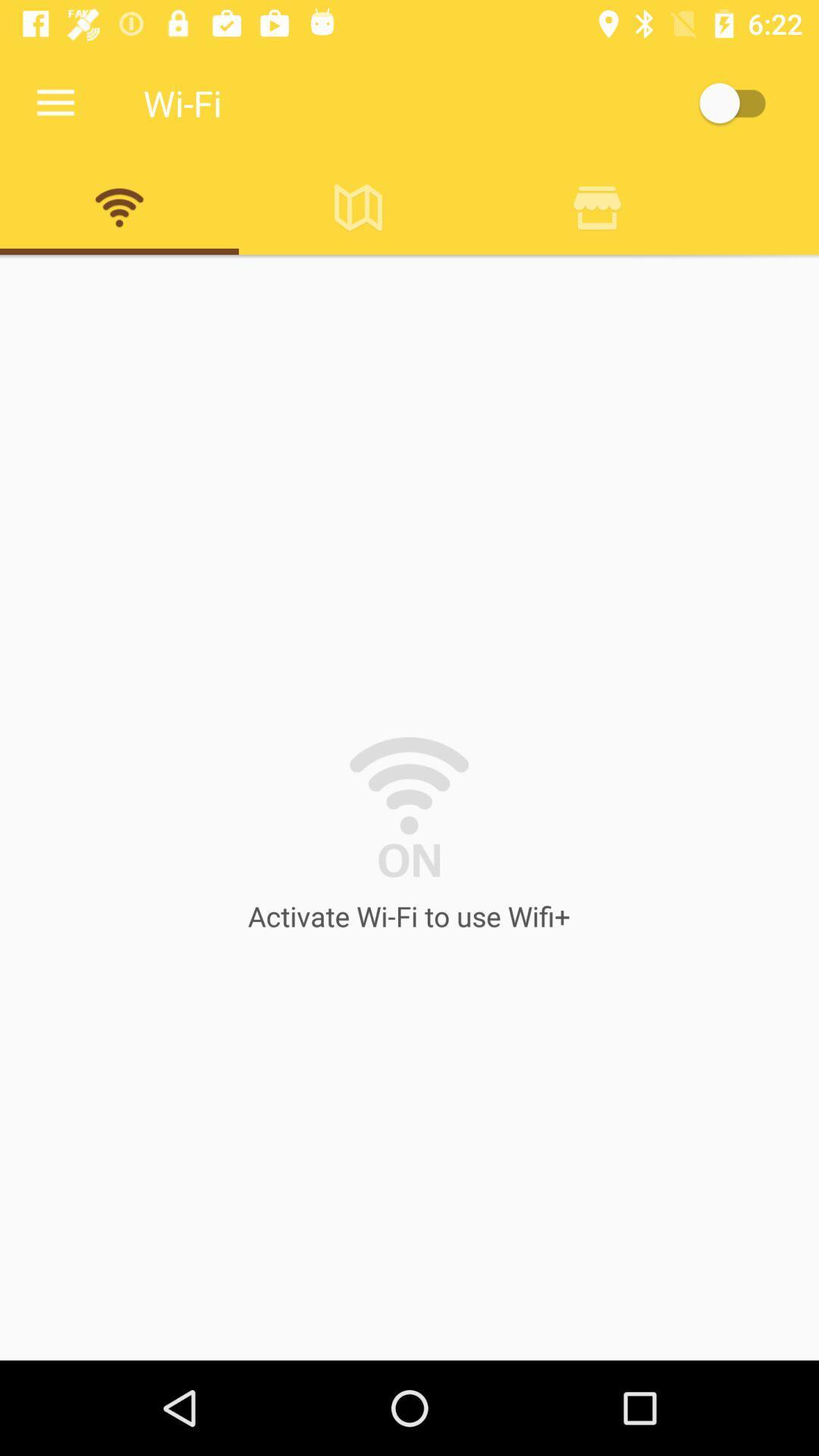  What do you see at coordinates (739, 102) in the screenshot?
I see `menu page` at bounding box center [739, 102].